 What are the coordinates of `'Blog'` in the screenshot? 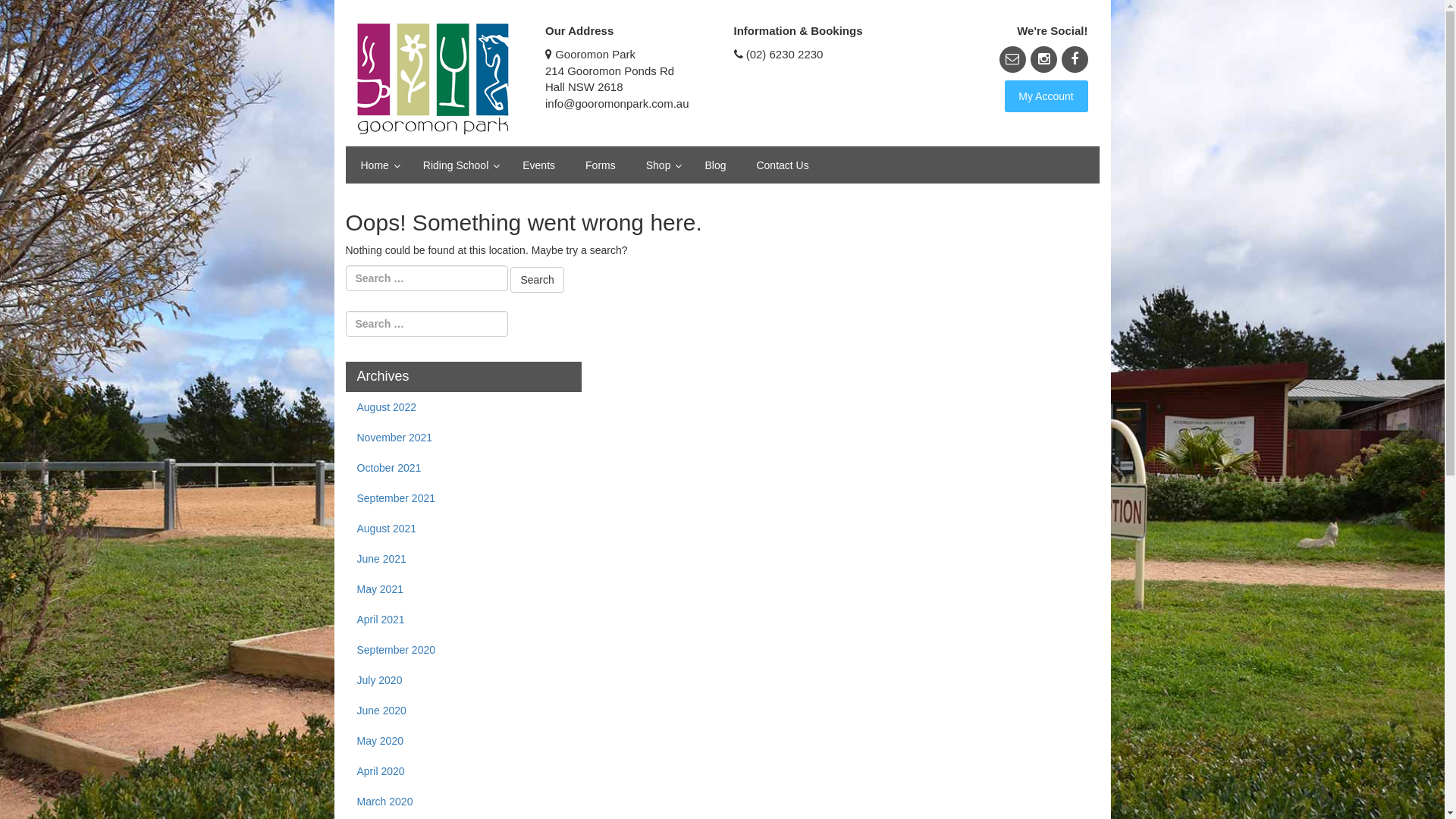 It's located at (688, 165).